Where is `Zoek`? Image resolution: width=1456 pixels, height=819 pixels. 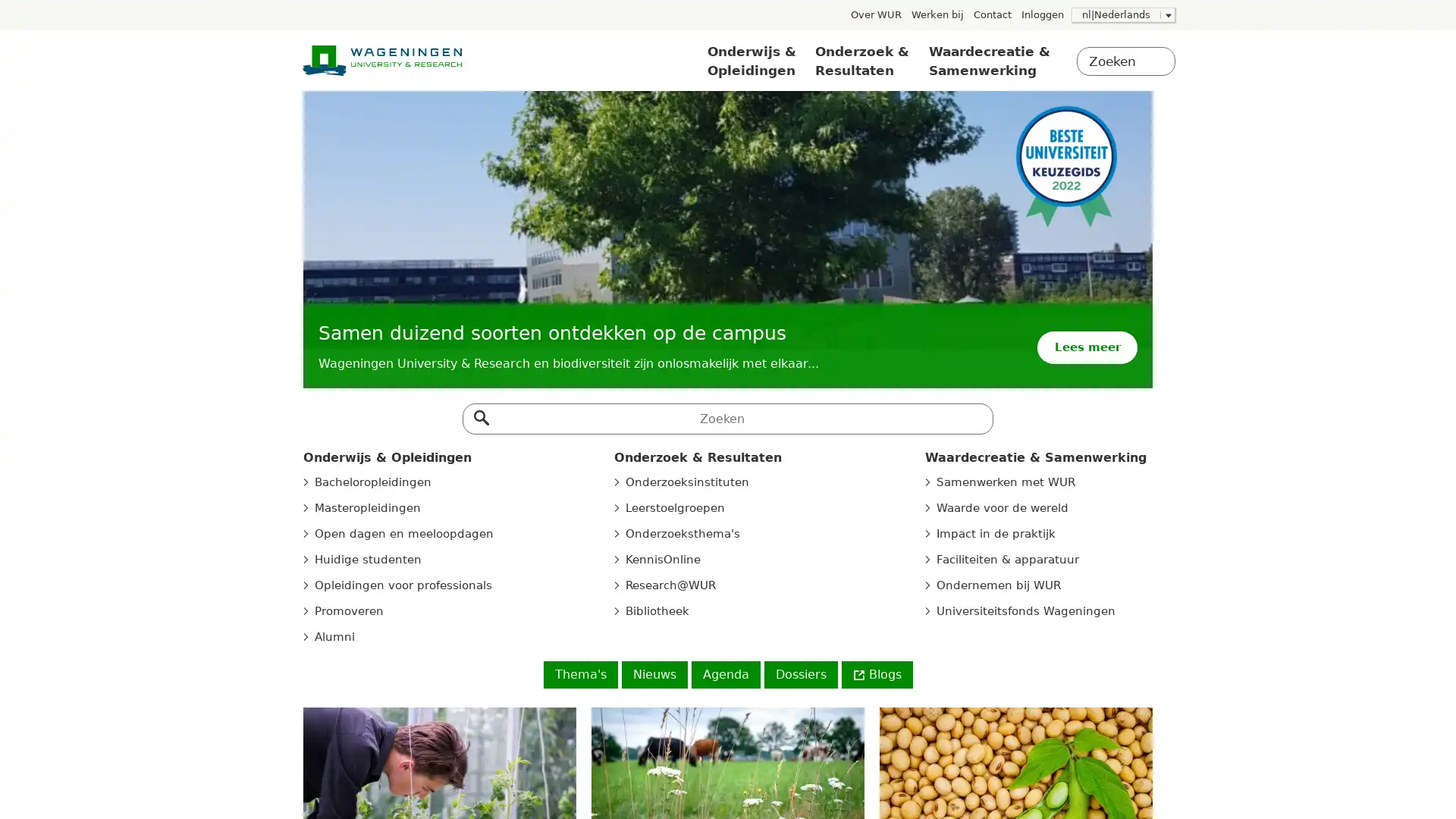 Zoek is located at coordinates (1156, 63).